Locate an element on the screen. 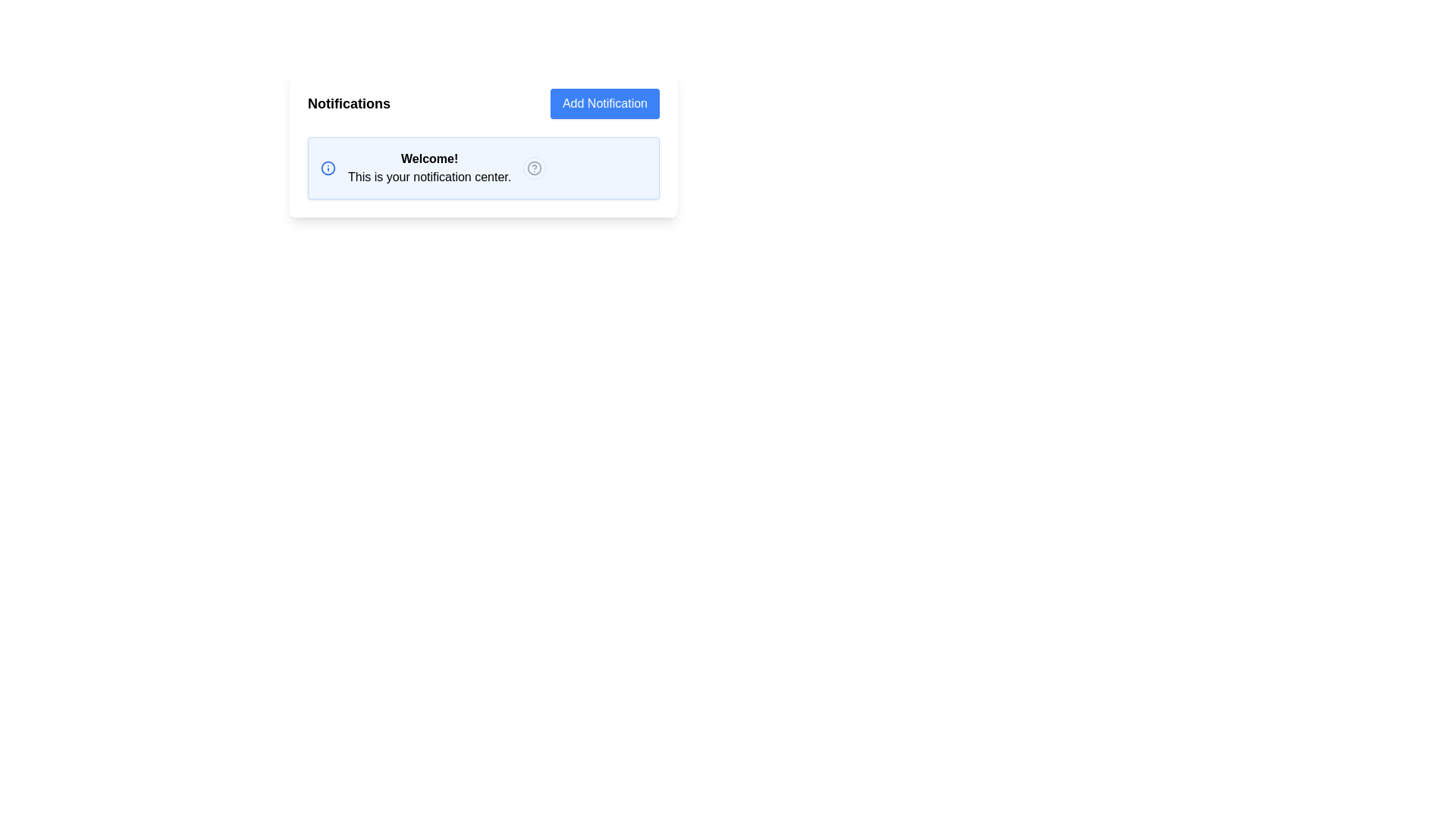 Image resolution: width=1456 pixels, height=819 pixels. welcome message in the text block located in the center-right section of the notifications card, adjacent to the 'Add Notification' button and the blue 'info' icon is located at coordinates (428, 168).